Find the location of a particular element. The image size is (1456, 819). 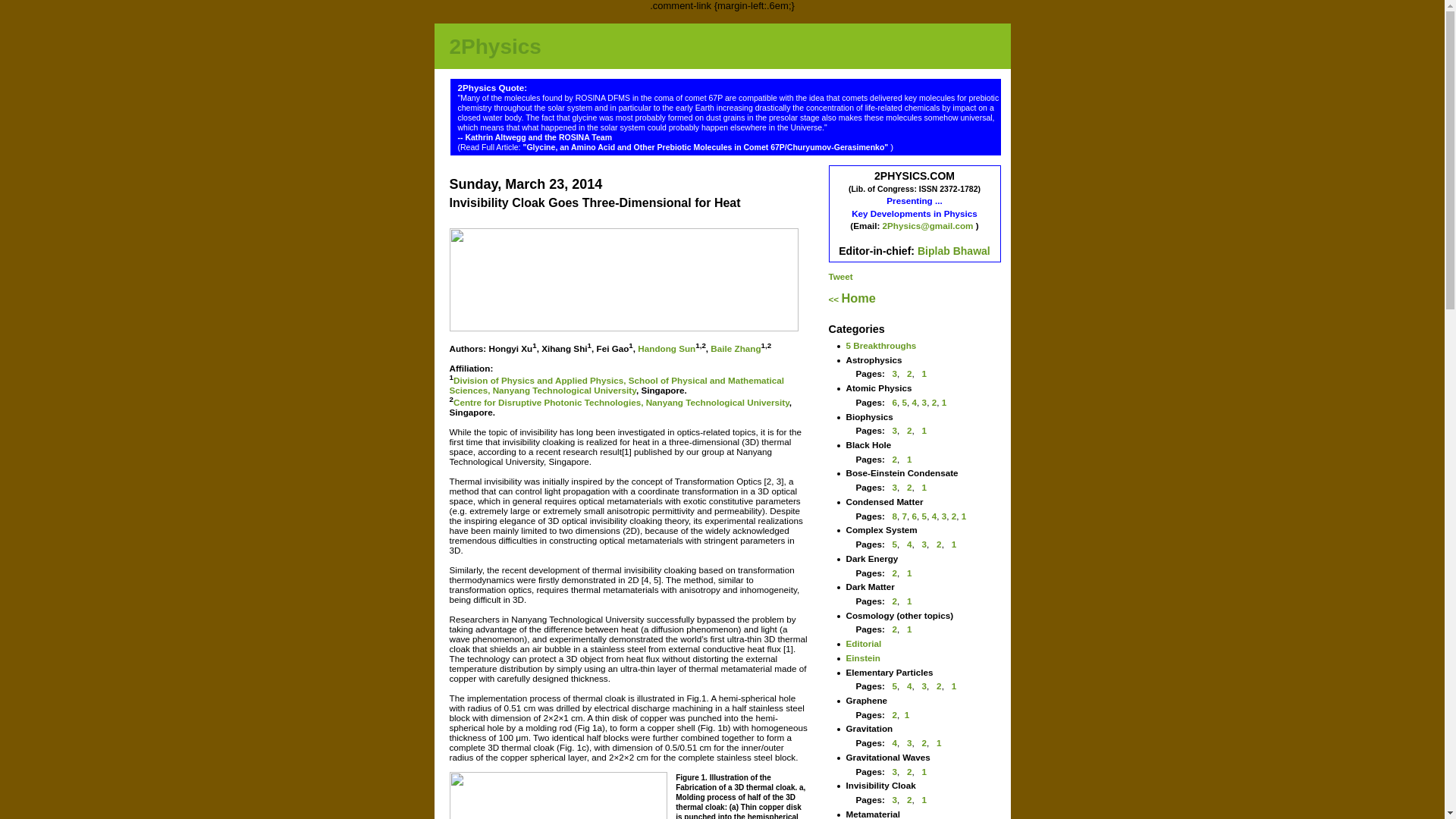

'3' is located at coordinates (895, 373).